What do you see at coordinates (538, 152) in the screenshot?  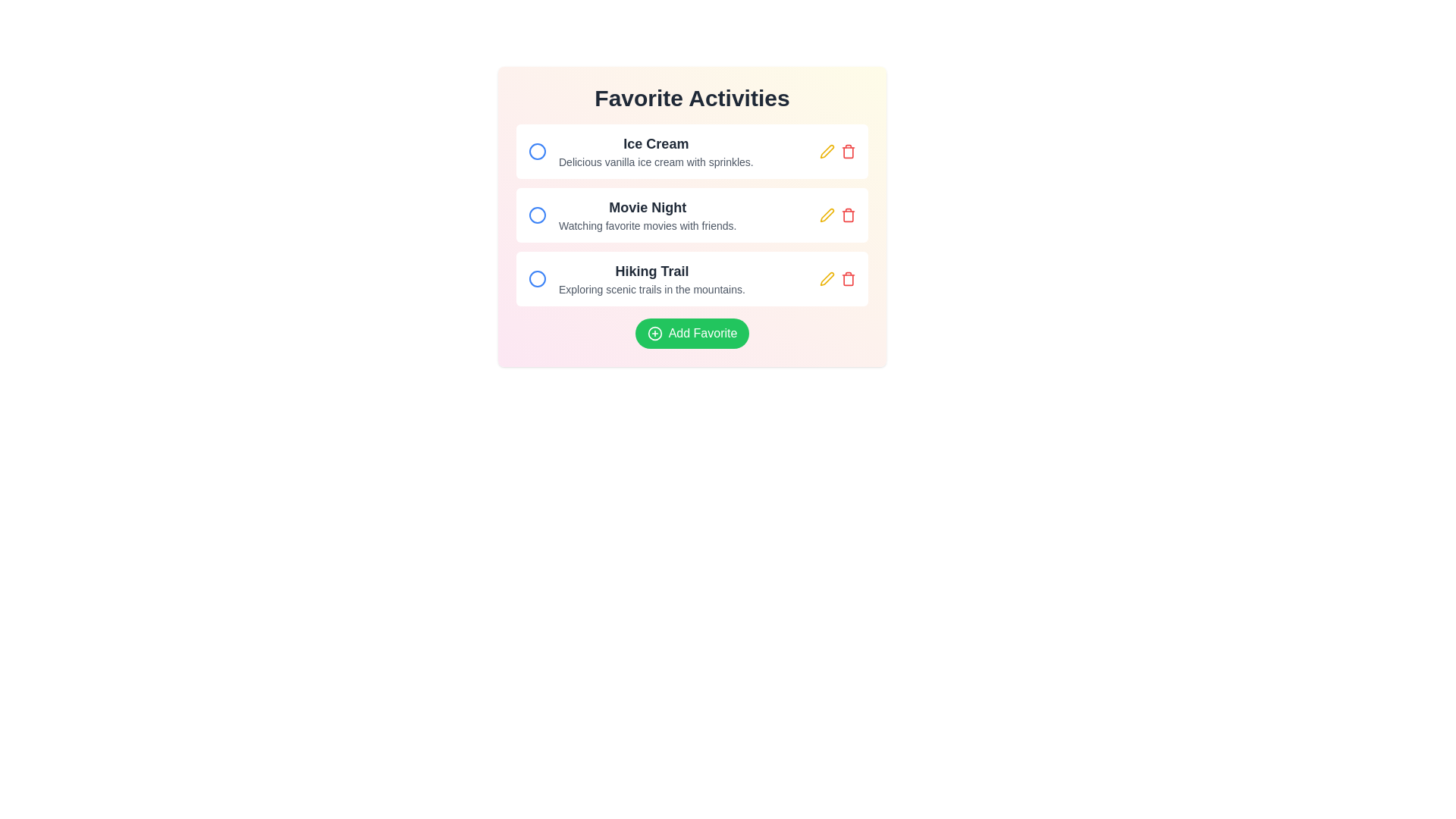 I see `the circular icon with a thin blue border and a white center that is located next to the text block labeled 'Ice Cream'` at bounding box center [538, 152].